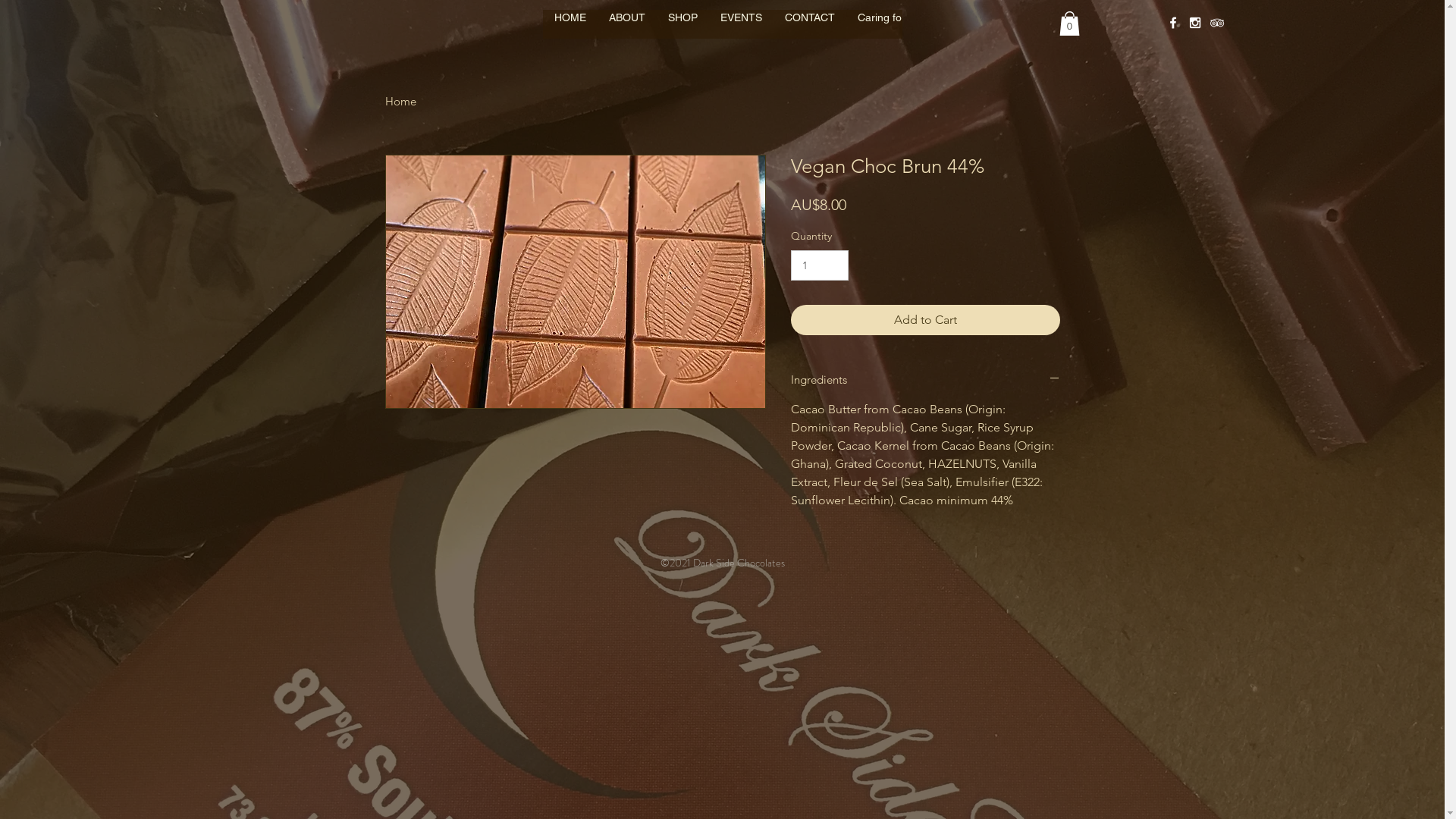 Image resolution: width=1456 pixels, height=819 pixels. Describe the element at coordinates (682, 29) in the screenshot. I see `'SHOP'` at that location.